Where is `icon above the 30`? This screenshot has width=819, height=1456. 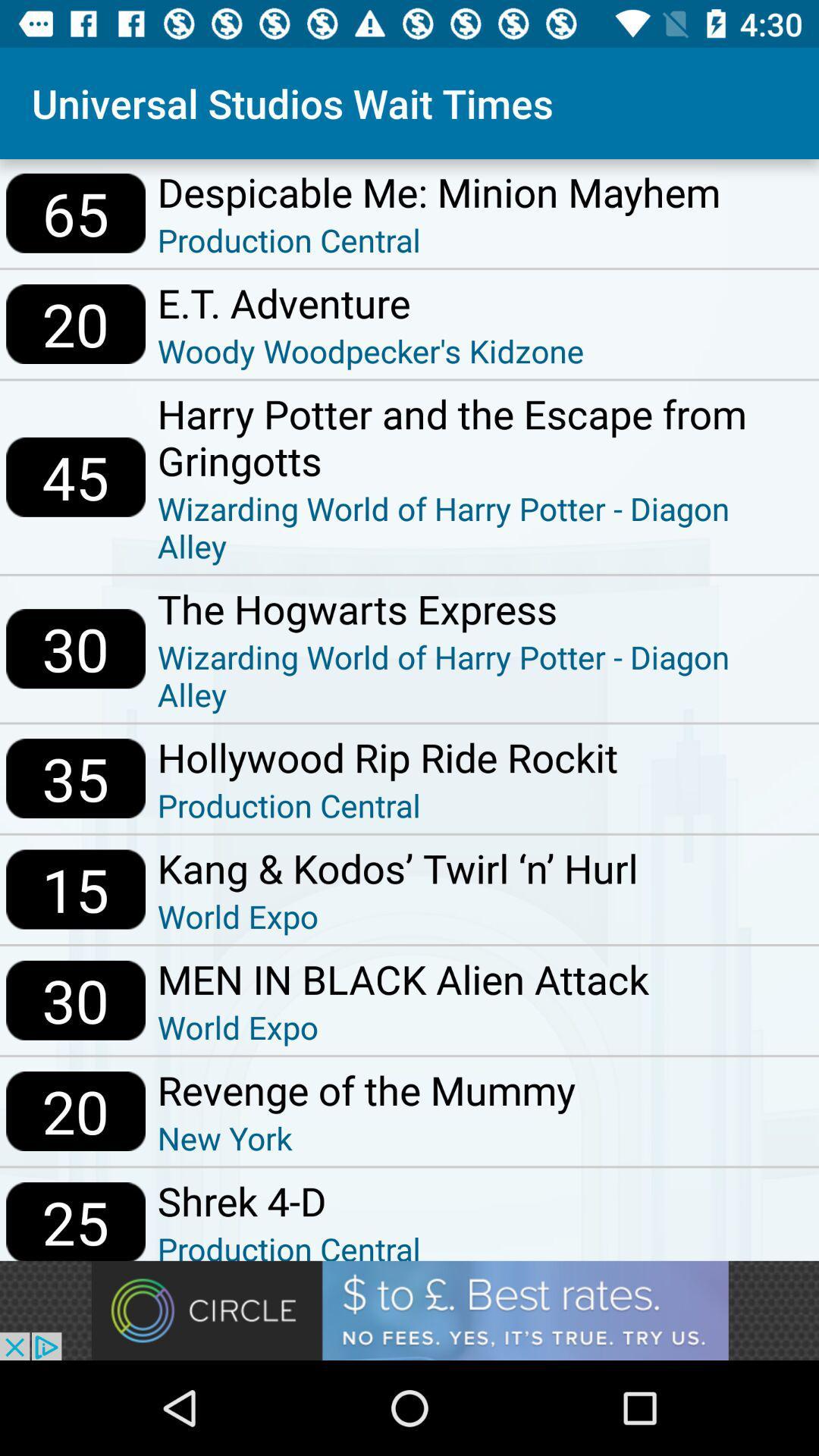
icon above the 30 is located at coordinates (76, 889).